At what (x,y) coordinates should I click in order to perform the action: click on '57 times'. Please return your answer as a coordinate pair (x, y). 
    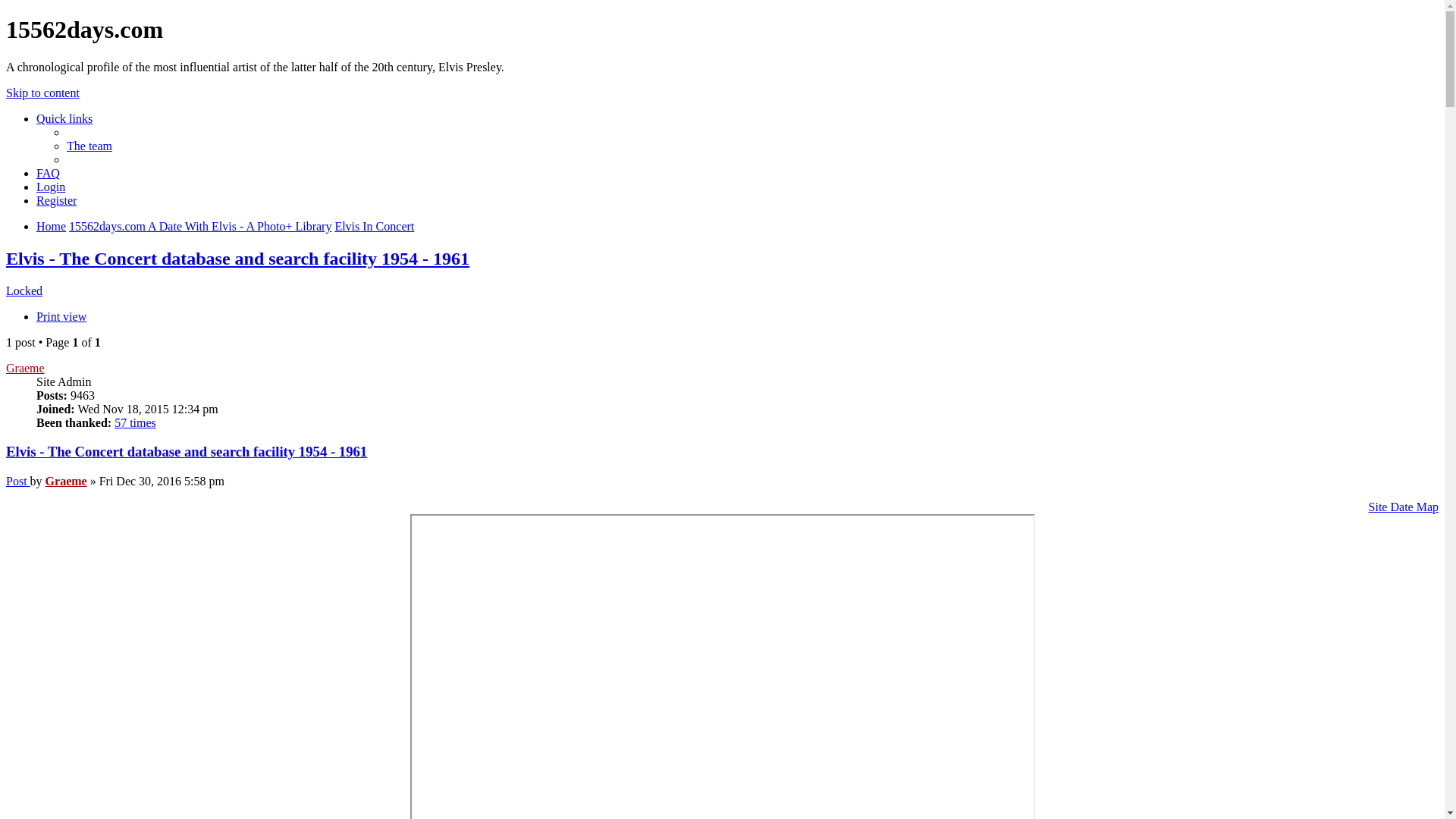
    Looking at the image, I should click on (135, 422).